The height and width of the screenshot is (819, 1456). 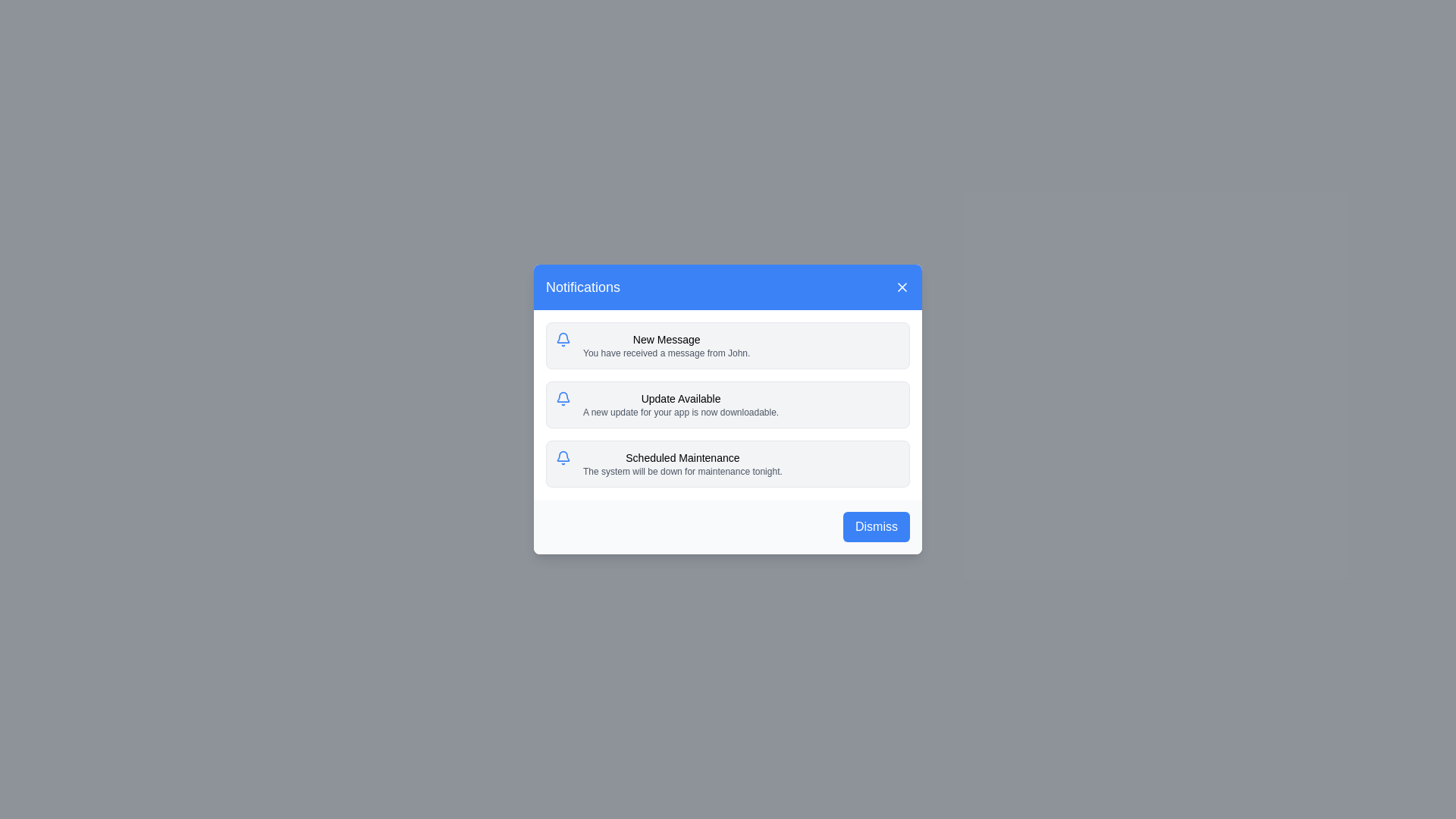 What do you see at coordinates (902, 287) in the screenshot?
I see `the close icon button ('X') in the Notifications dialog box, which is visually represented in an outlined style against a blue background` at bounding box center [902, 287].